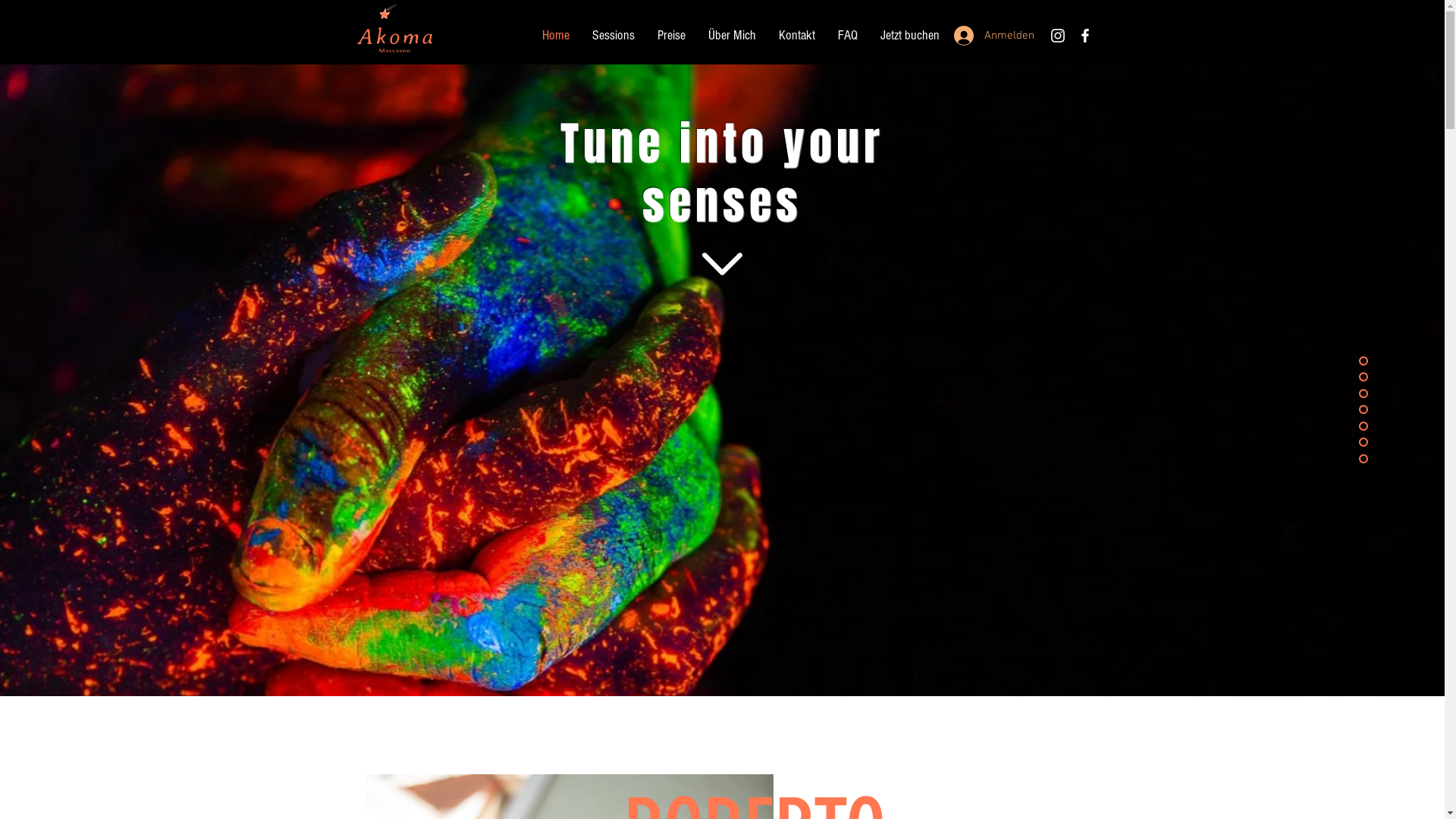 Image resolution: width=1456 pixels, height=819 pixels. What do you see at coordinates (910, 34) in the screenshot?
I see `'Jetzt buchen'` at bounding box center [910, 34].